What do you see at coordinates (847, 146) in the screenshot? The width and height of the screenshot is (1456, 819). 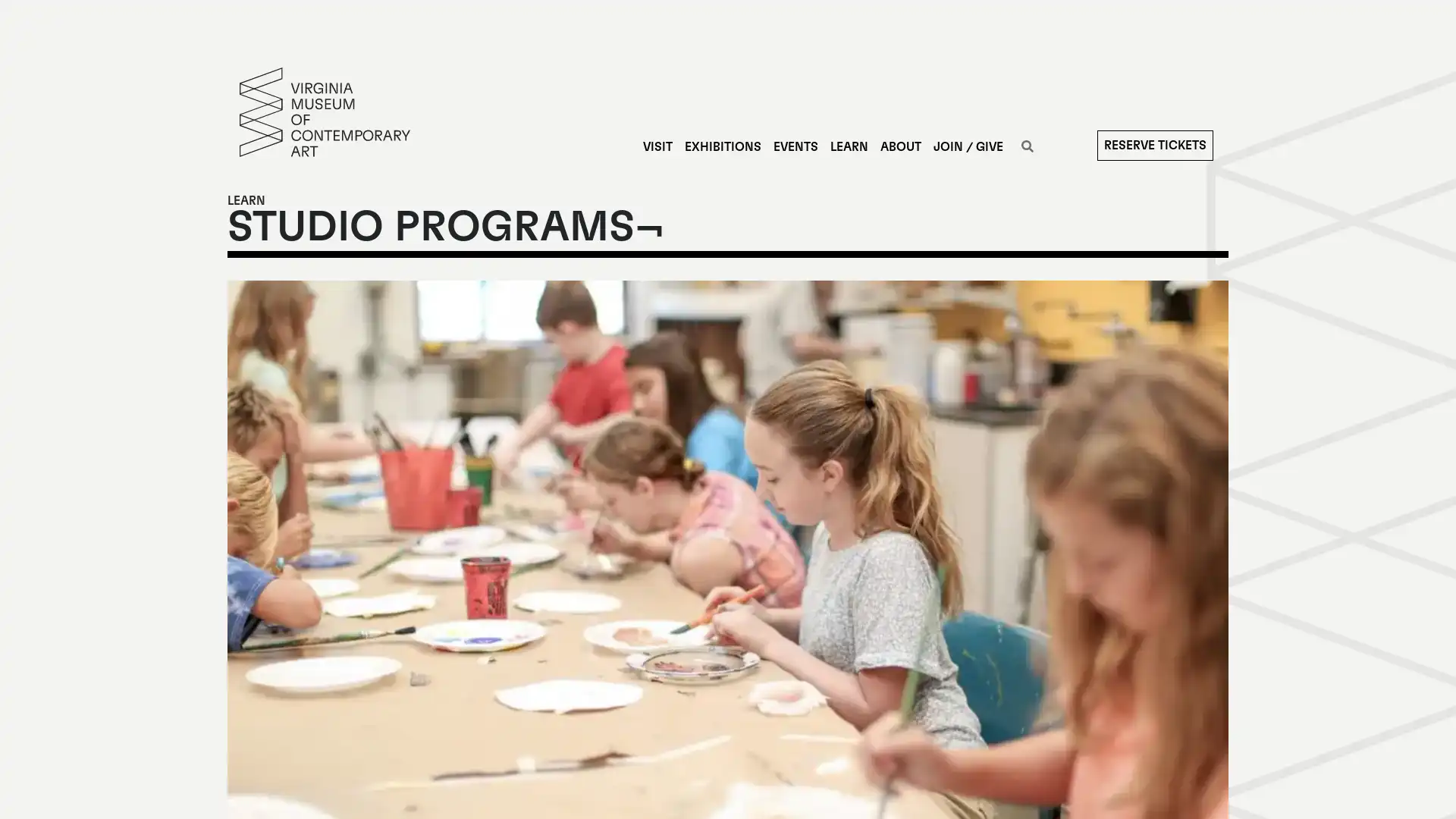 I see `LEARN` at bounding box center [847, 146].